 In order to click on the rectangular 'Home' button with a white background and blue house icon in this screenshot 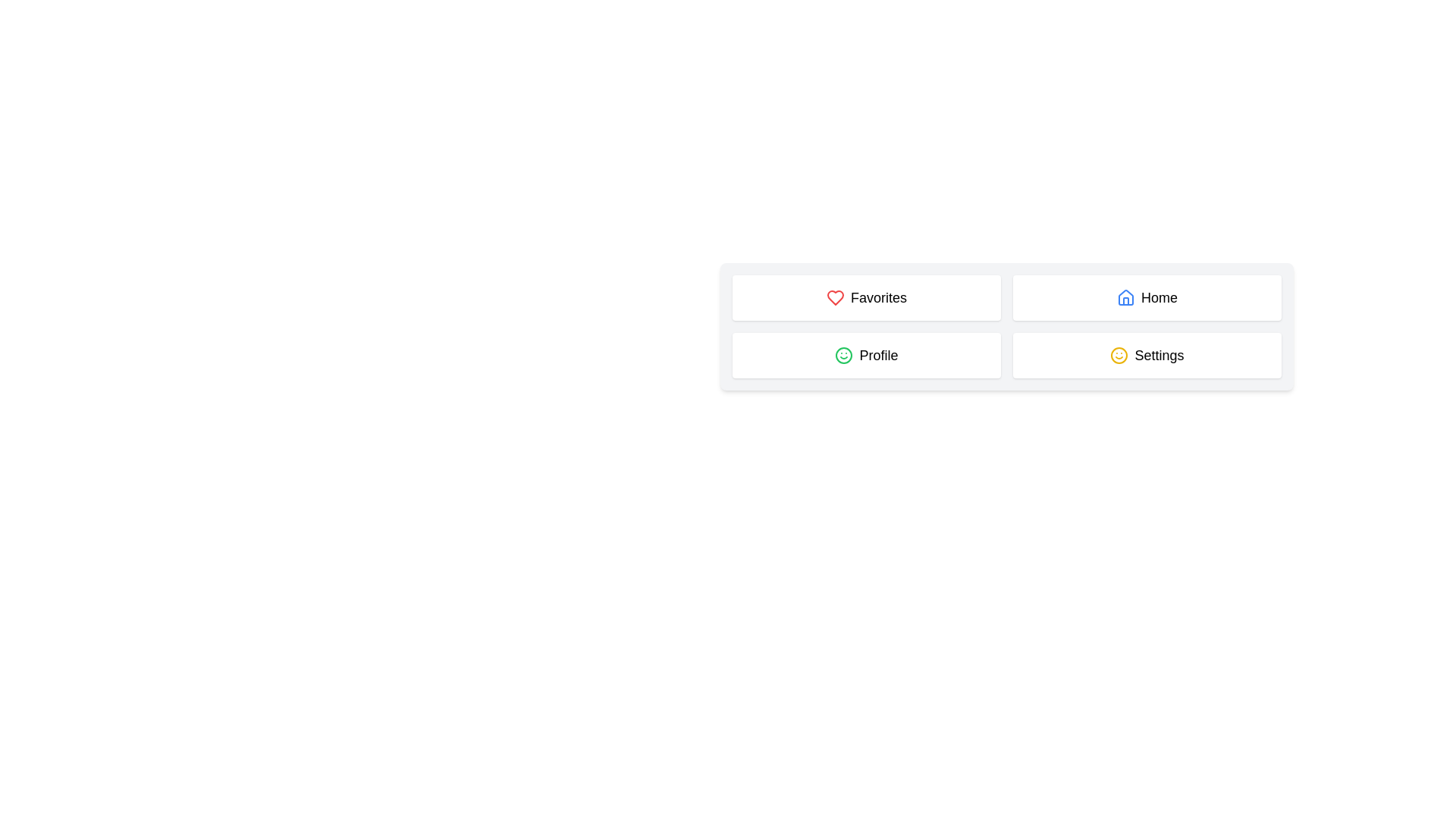, I will do `click(1147, 298)`.